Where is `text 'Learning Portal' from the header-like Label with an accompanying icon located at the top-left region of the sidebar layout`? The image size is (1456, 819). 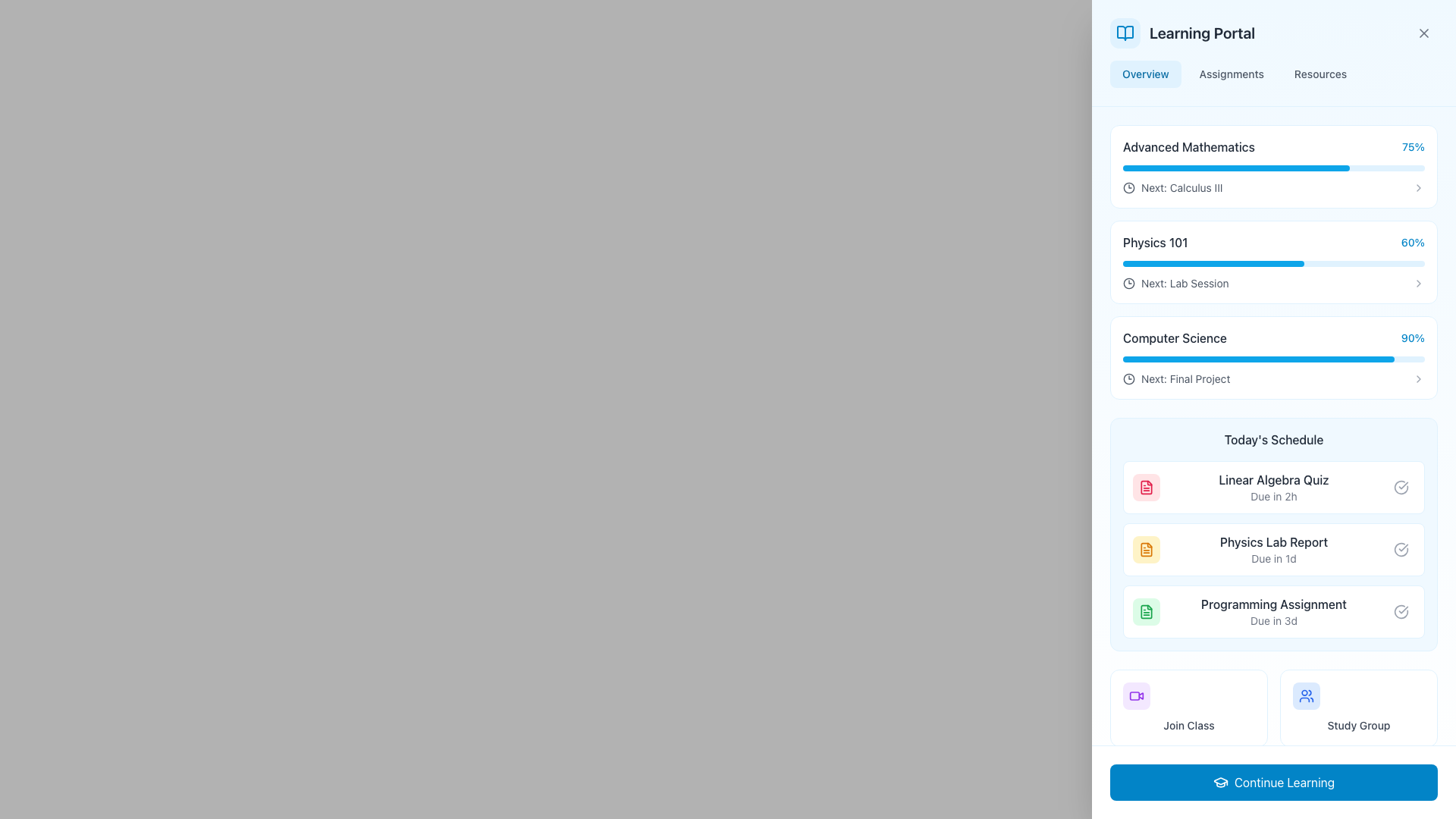 text 'Learning Portal' from the header-like Label with an accompanying icon located at the top-left region of the sidebar layout is located at coordinates (1181, 33).